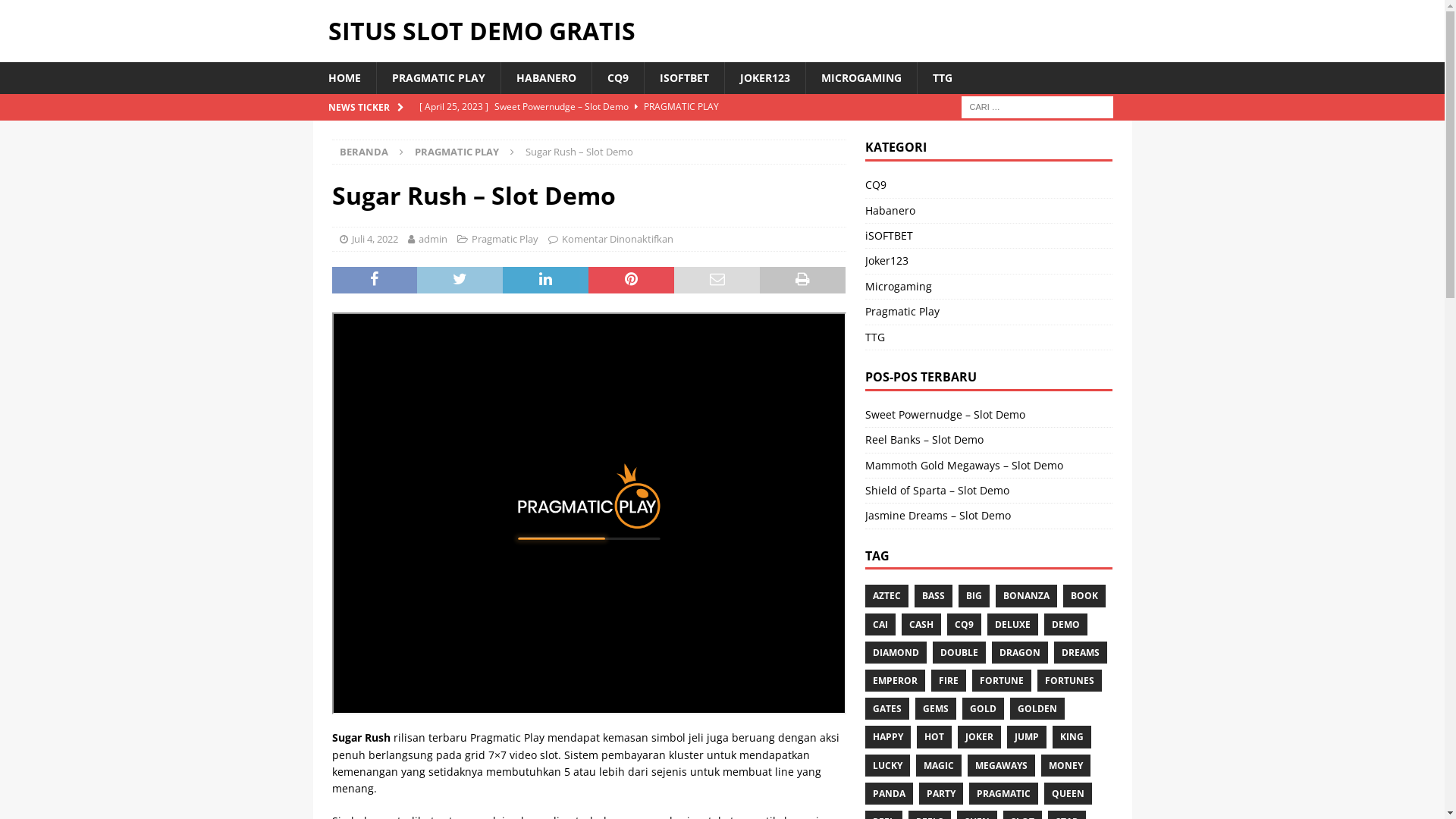 Image resolution: width=1456 pixels, height=819 pixels. What do you see at coordinates (57, 11) in the screenshot?
I see `'Cari'` at bounding box center [57, 11].